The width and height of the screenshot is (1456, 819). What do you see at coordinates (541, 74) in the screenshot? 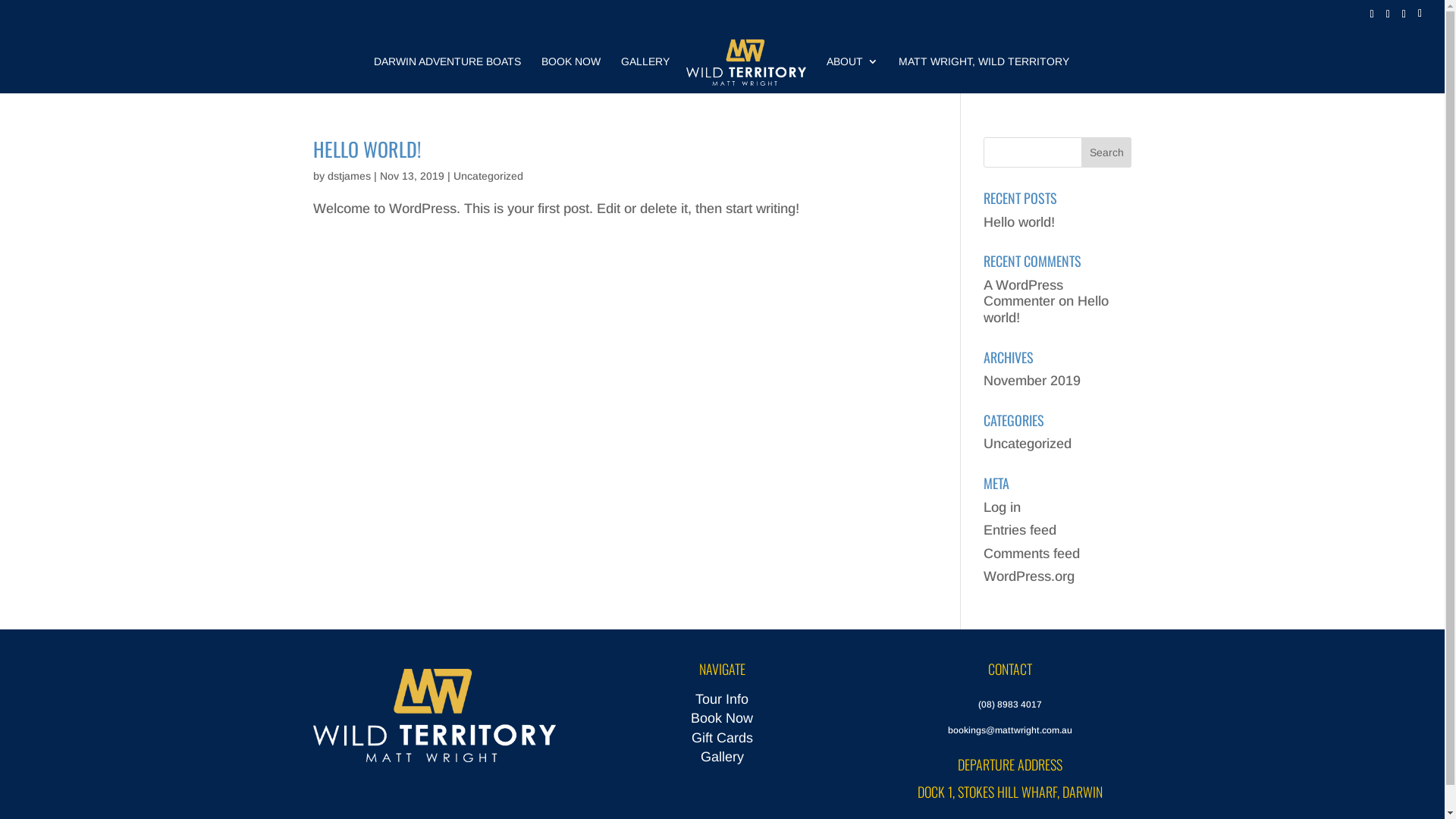
I see `'BOOK NOW'` at bounding box center [541, 74].